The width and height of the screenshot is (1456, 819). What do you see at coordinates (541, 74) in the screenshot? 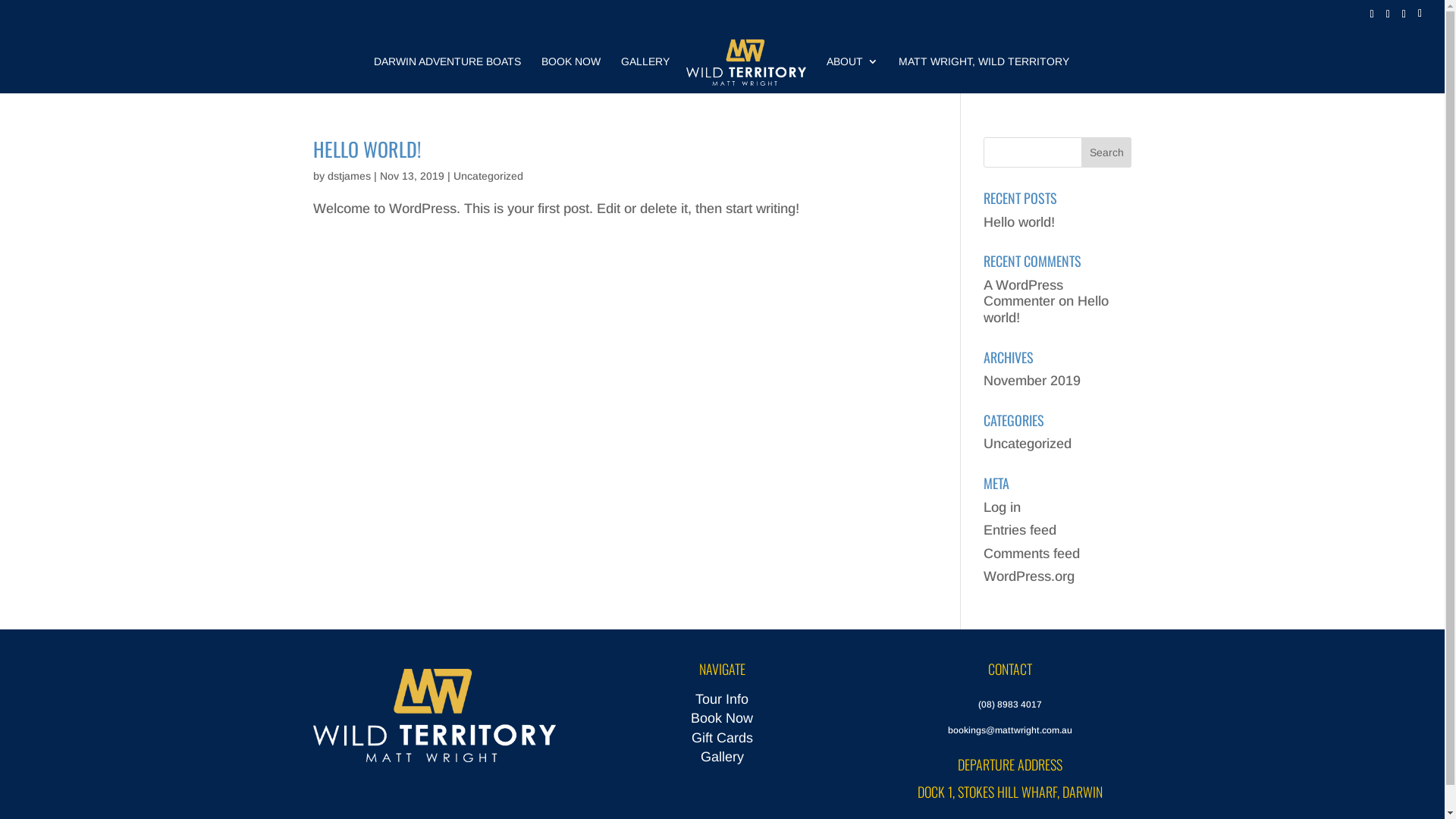
I see `'BOOK NOW'` at bounding box center [541, 74].